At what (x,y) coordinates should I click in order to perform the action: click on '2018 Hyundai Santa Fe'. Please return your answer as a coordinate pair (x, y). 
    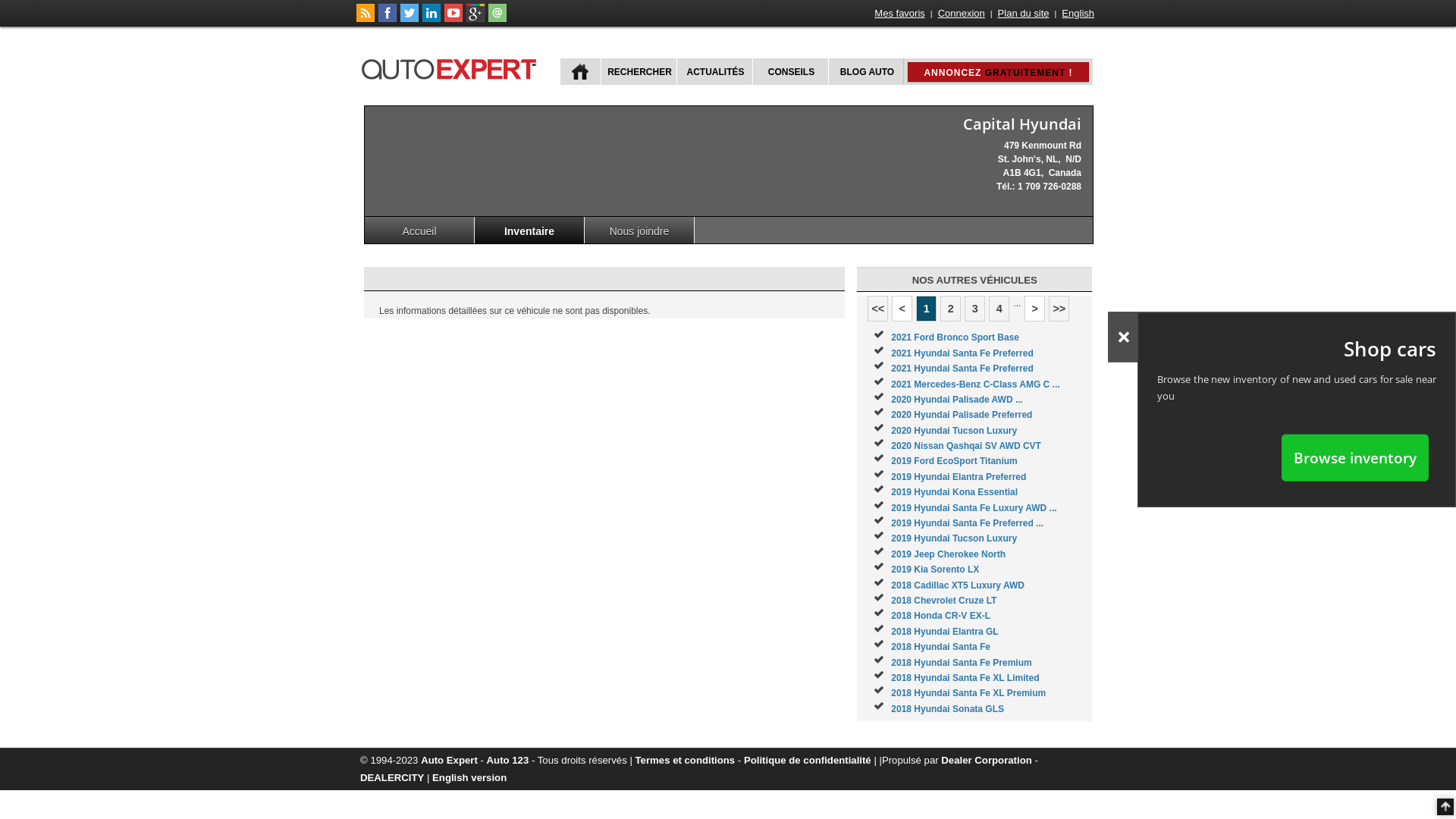
    Looking at the image, I should click on (940, 646).